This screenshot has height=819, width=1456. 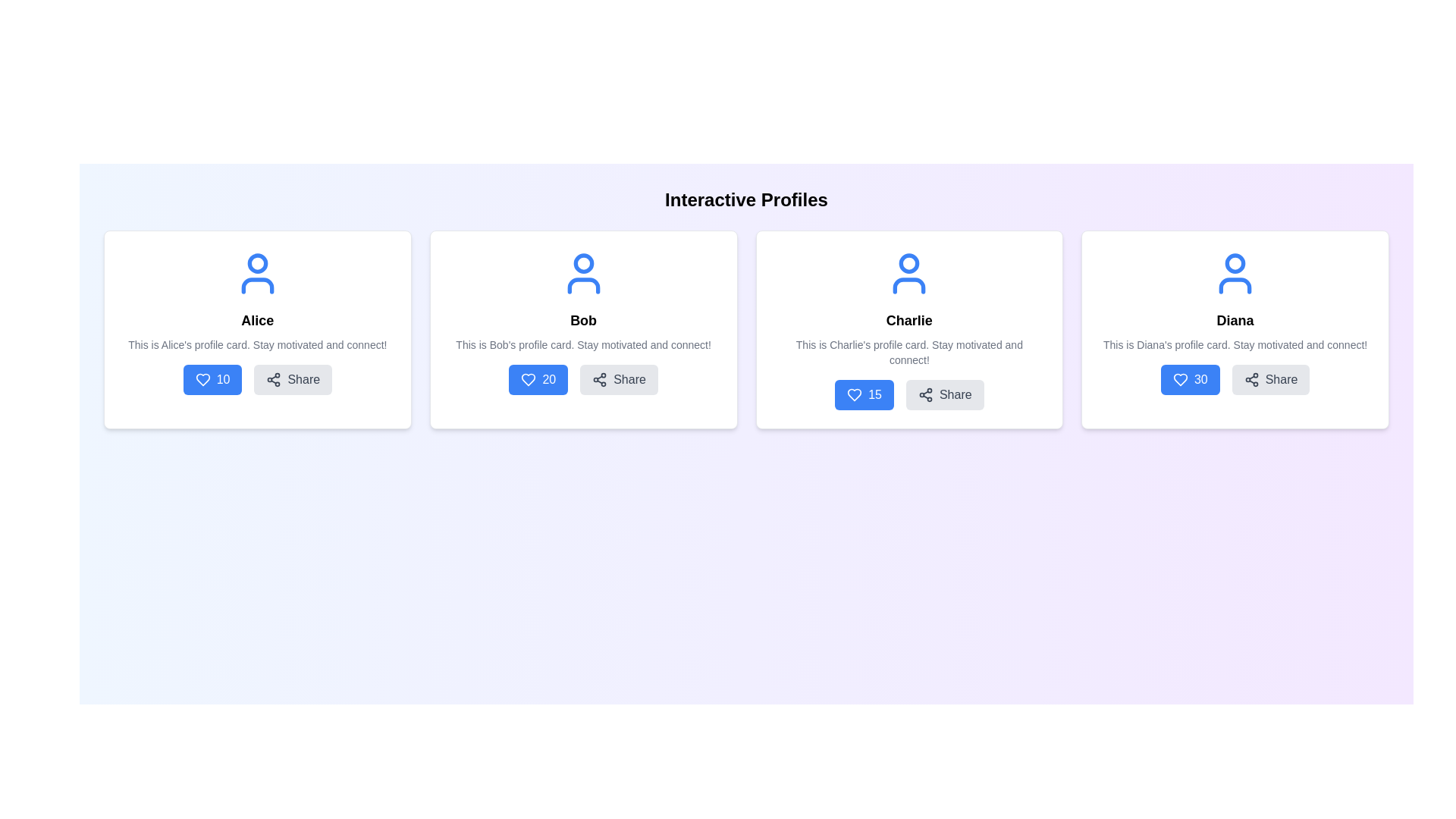 What do you see at coordinates (629, 379) in the screenshot?
I see `the 'Share' button, which is styled with gray text and located next to a heart icon` at bounding box center [629, 379].